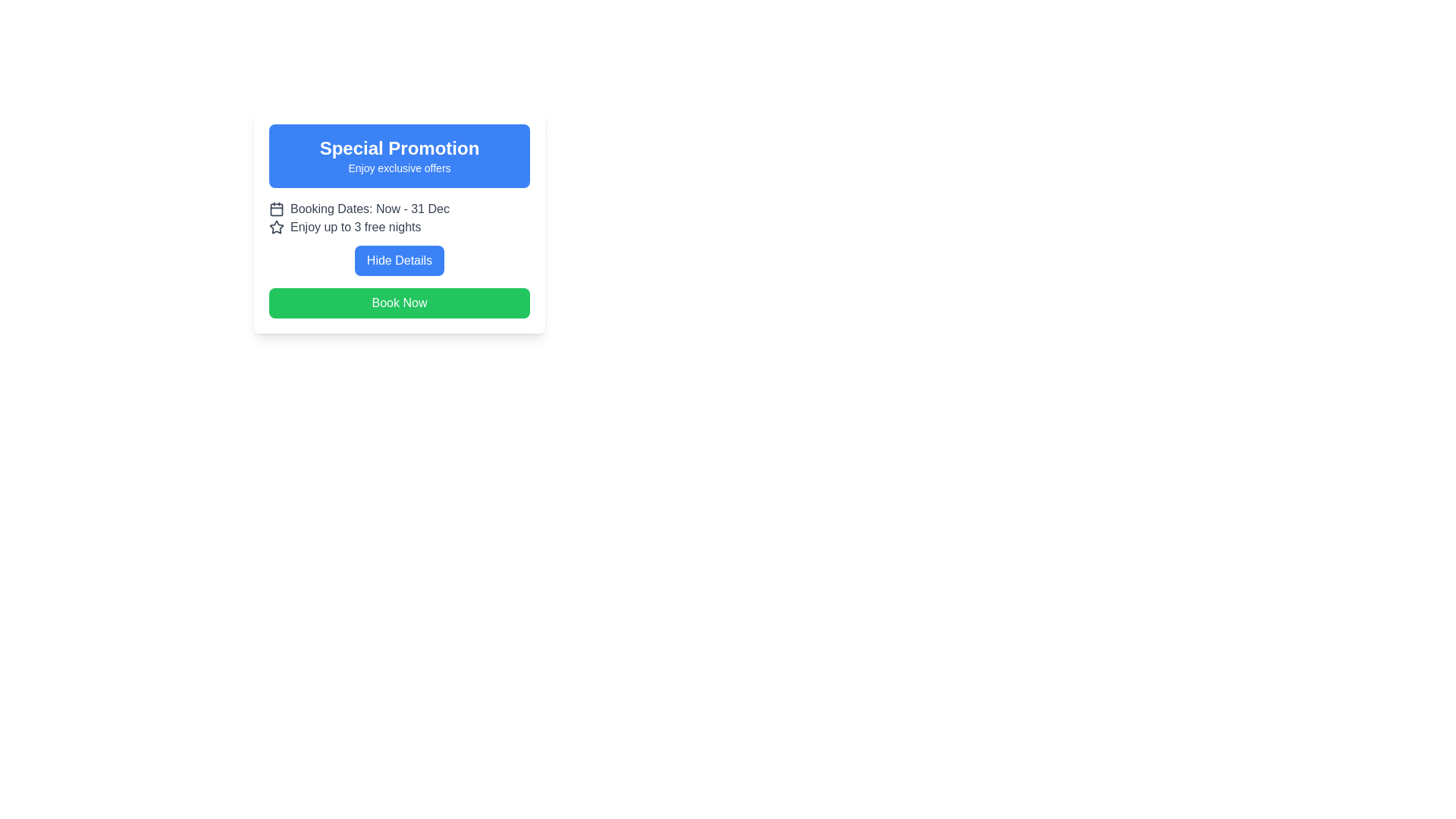  Describe the element at coordinates (400, 155) in the screenshot. I see `the header banner of the promotional card, which is located at the top of the card and summarizes the offer` at that location.